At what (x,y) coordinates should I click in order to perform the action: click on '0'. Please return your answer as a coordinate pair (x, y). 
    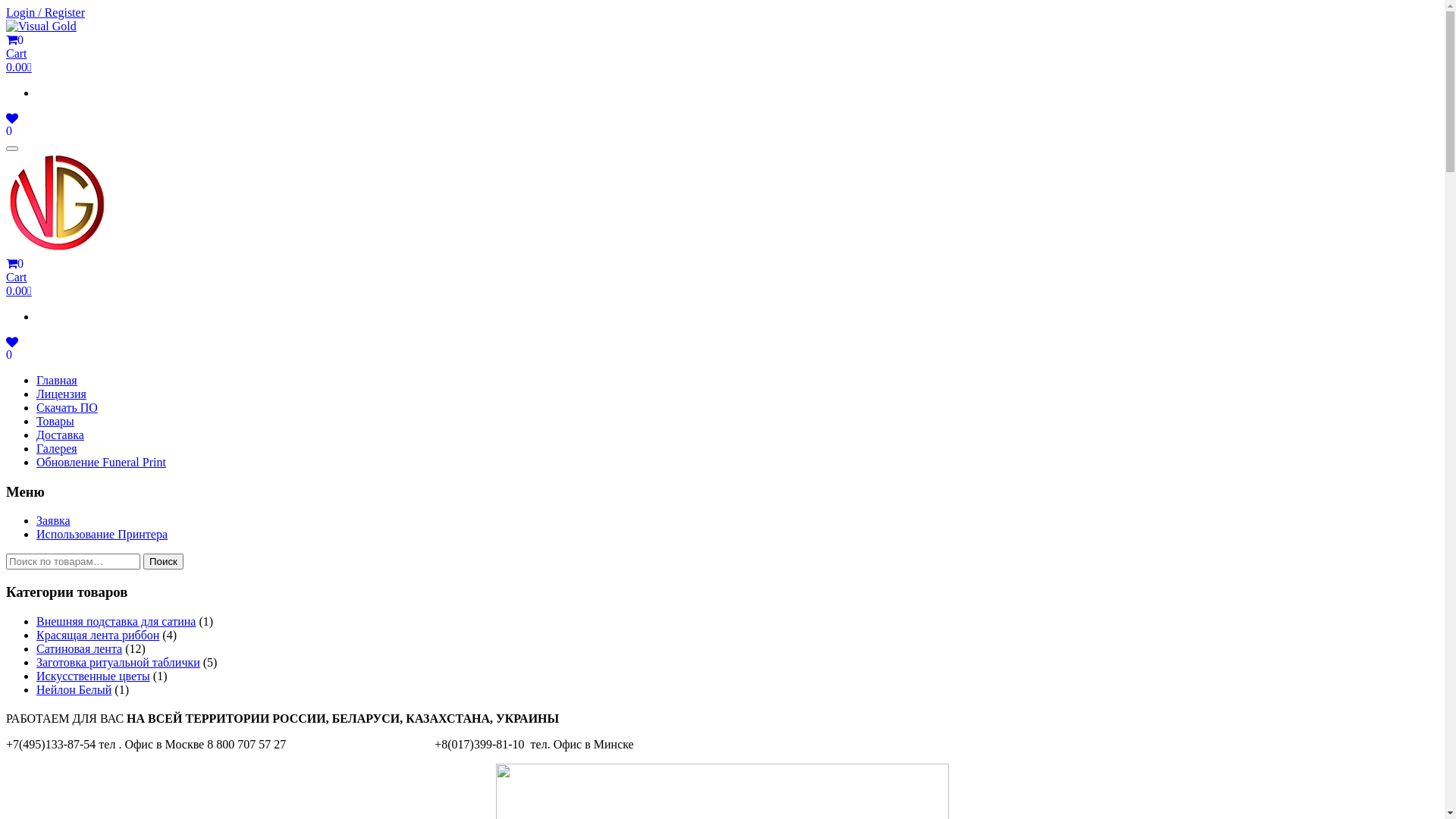
    Looking at the image, I should click on (11, 130).